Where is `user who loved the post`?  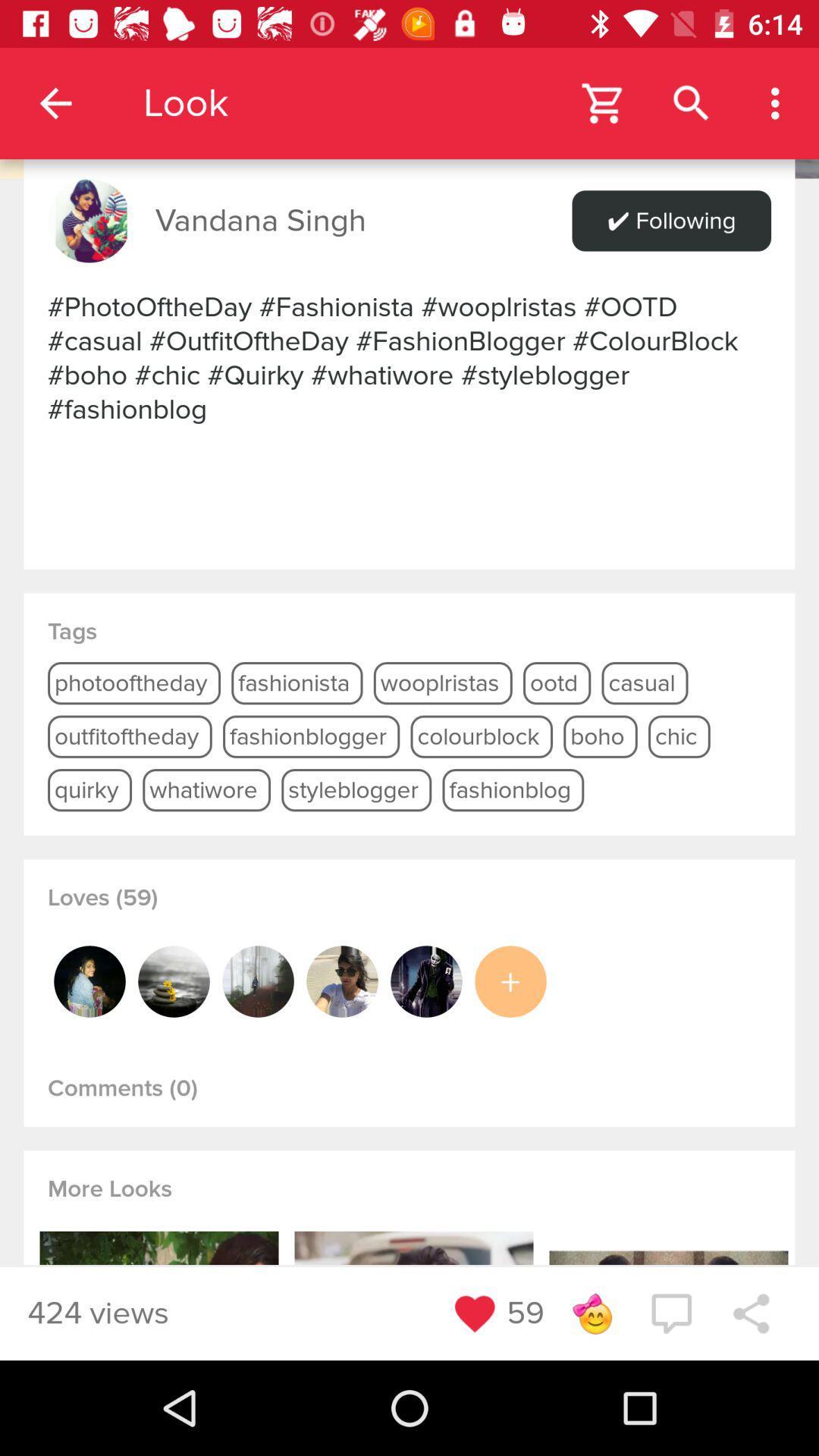
user who loved the post is located at coordinates (173, 981).